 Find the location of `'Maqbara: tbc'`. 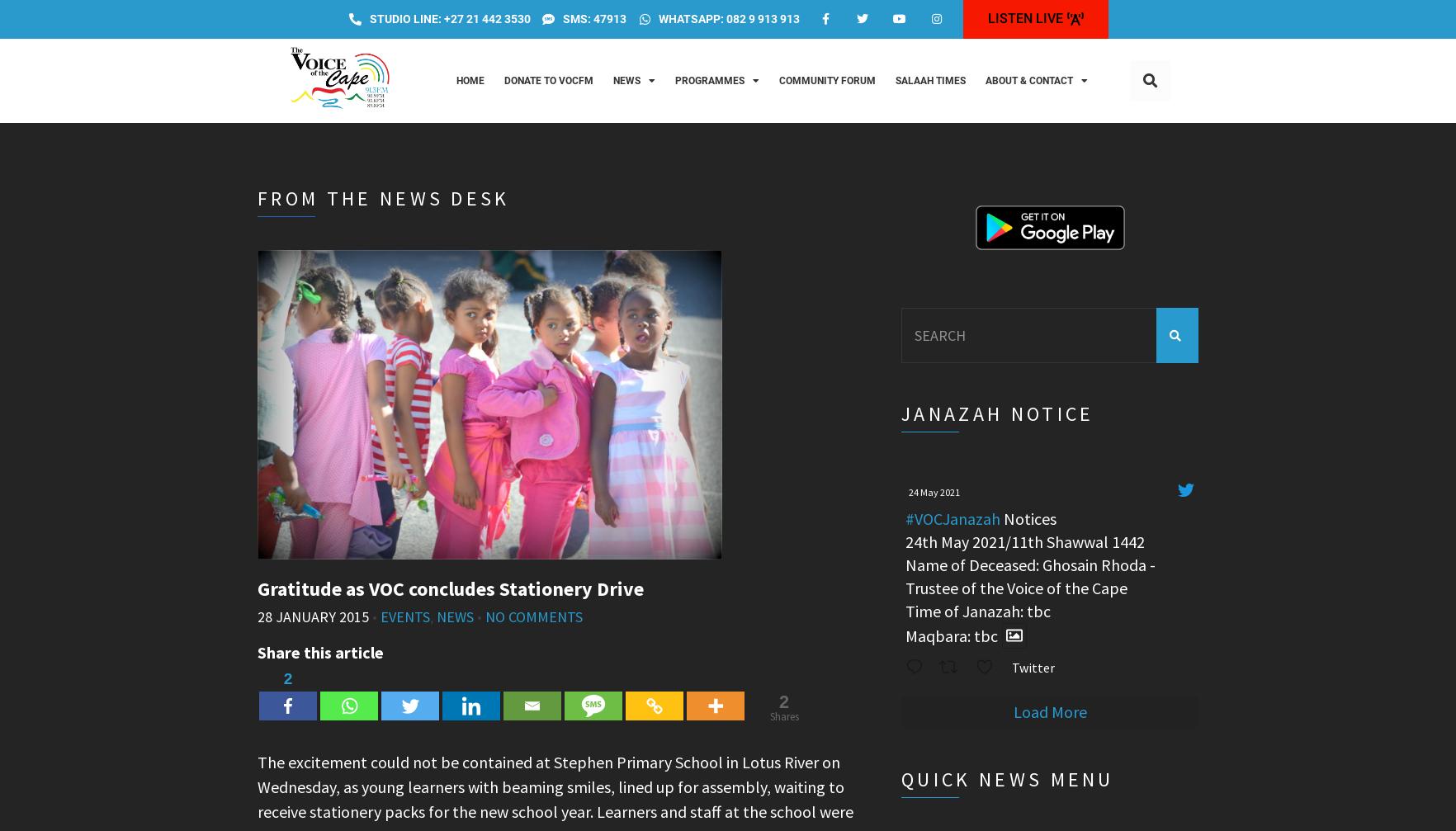

'Maqbara: tbc' is located at coordinates (951, 634).